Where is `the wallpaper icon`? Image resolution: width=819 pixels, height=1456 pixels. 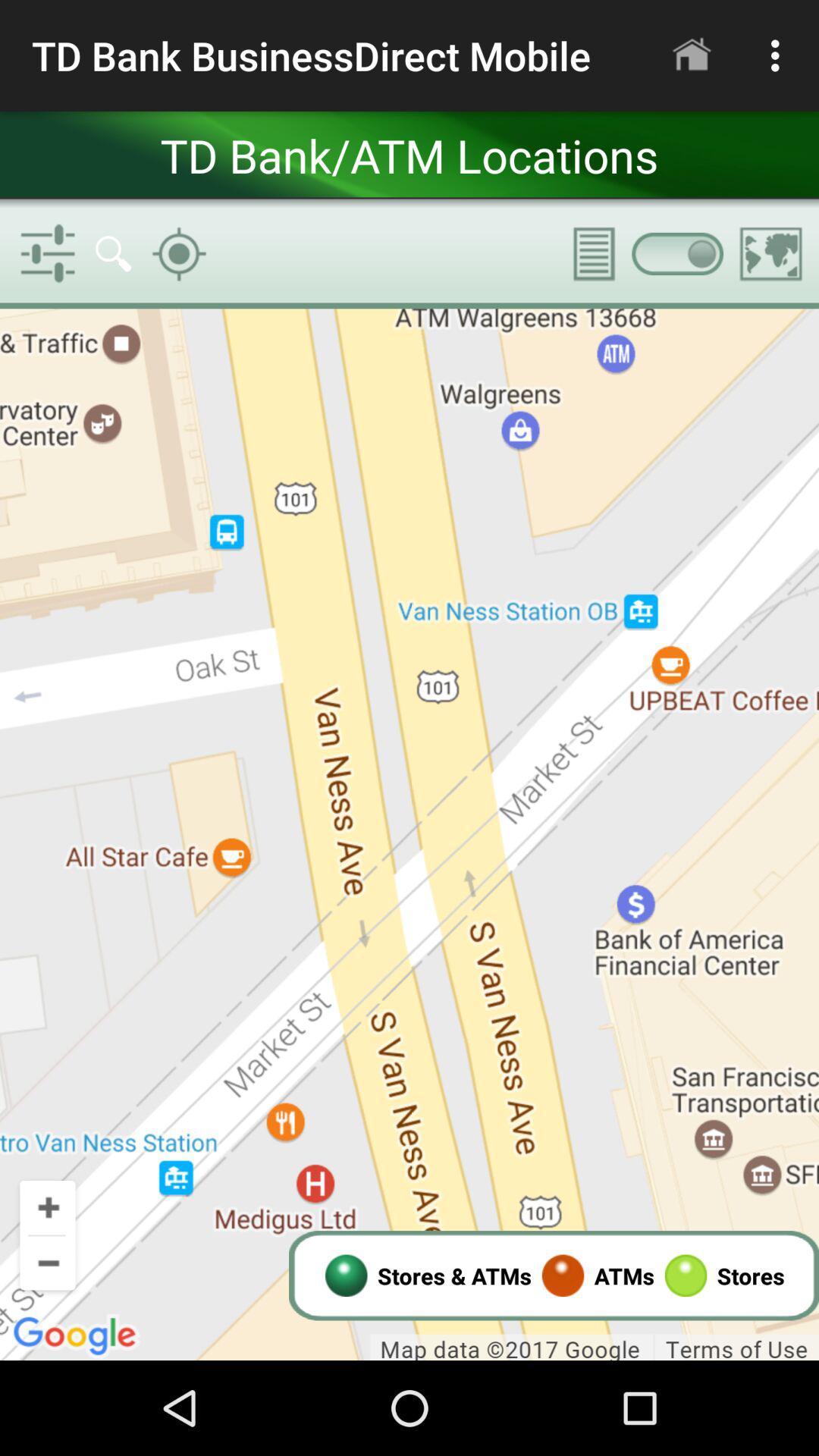 the wallpaper icon is located at coordinates (771, 253).